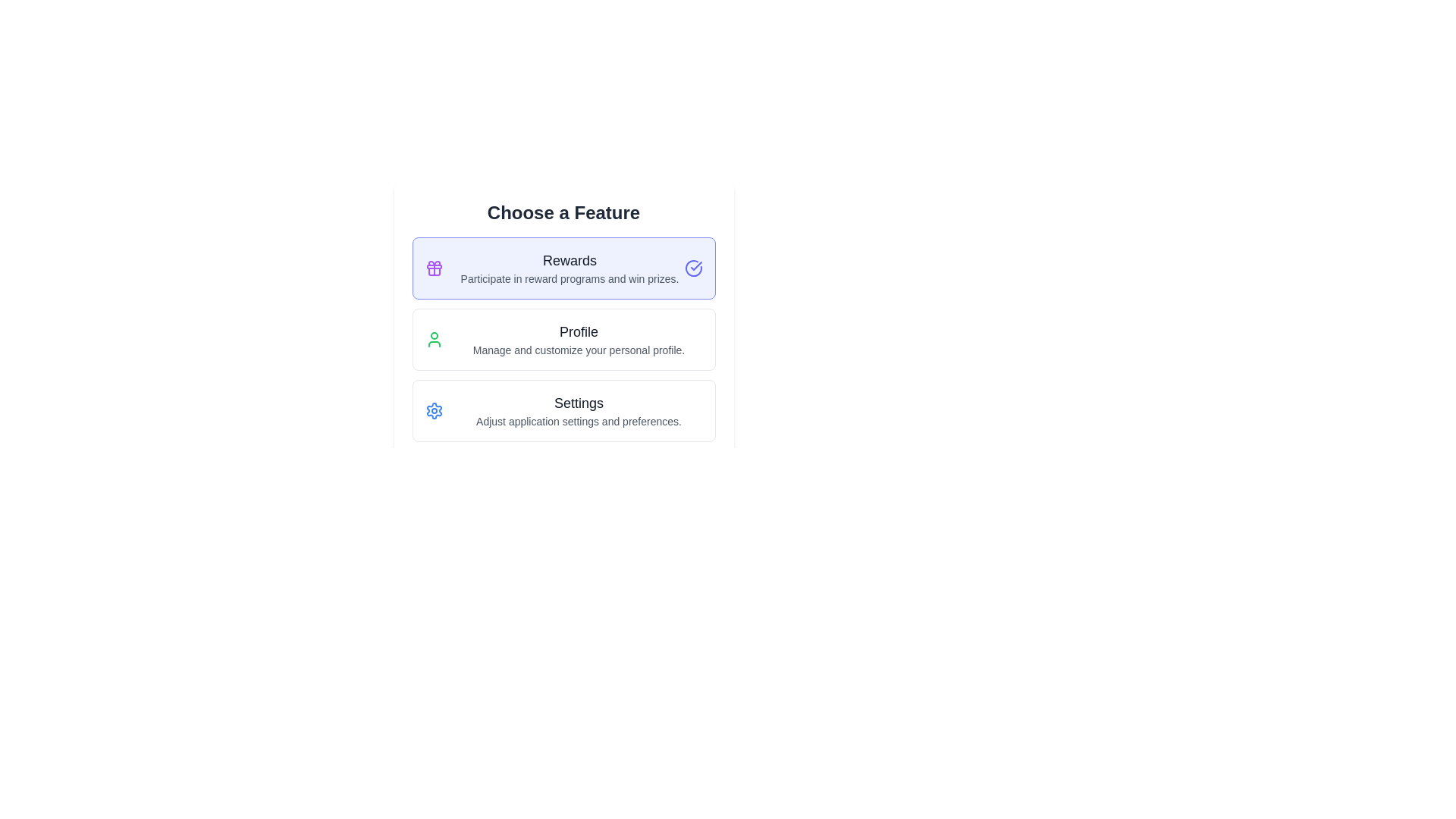 The image size is (1456, 819). I want to click on the Header text element that serves as a title for the subsequent list of features, indicating the context and purpose of the list, so click(563, 213).